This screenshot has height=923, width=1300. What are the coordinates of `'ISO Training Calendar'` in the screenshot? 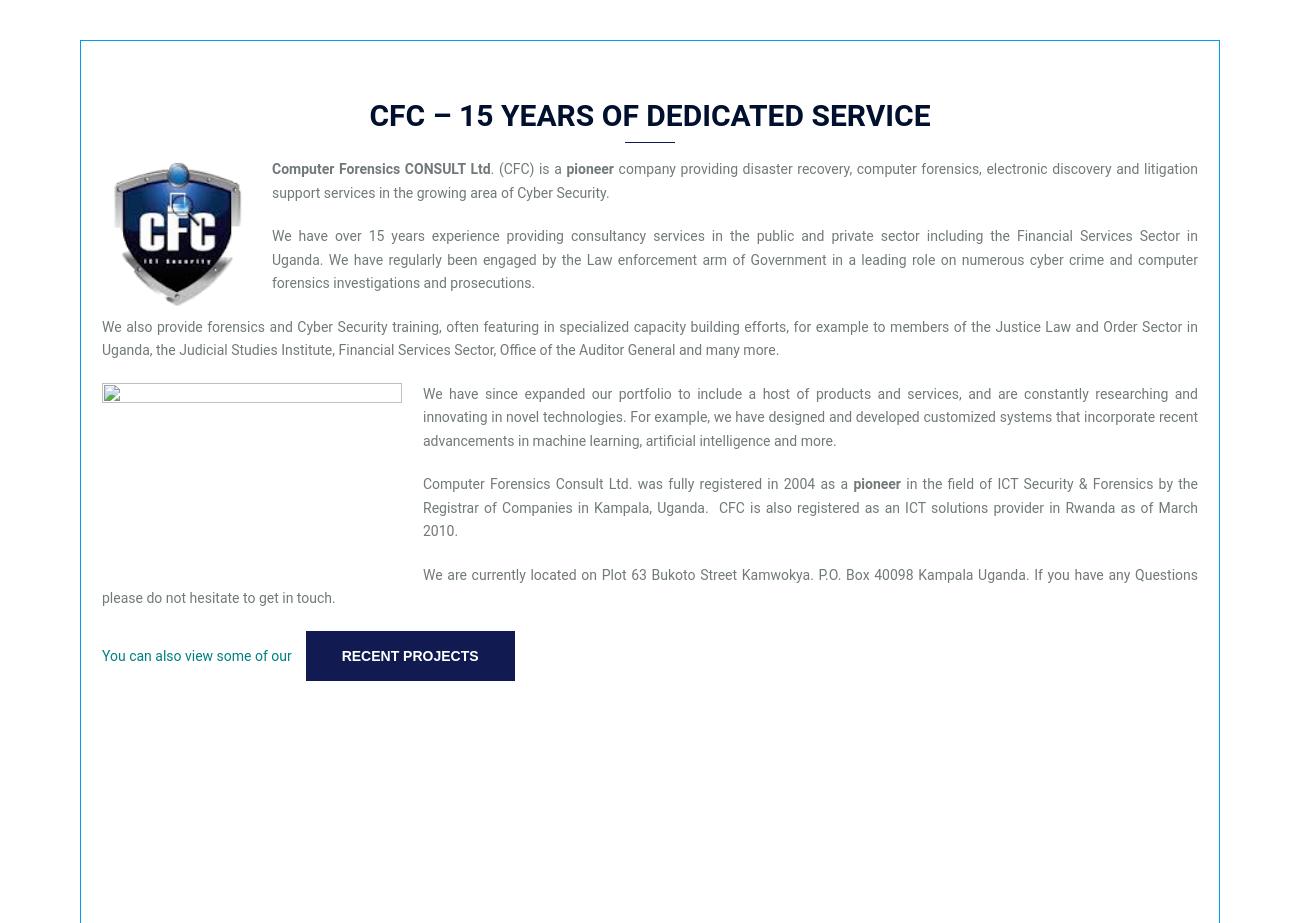 It's located at (39, 618).